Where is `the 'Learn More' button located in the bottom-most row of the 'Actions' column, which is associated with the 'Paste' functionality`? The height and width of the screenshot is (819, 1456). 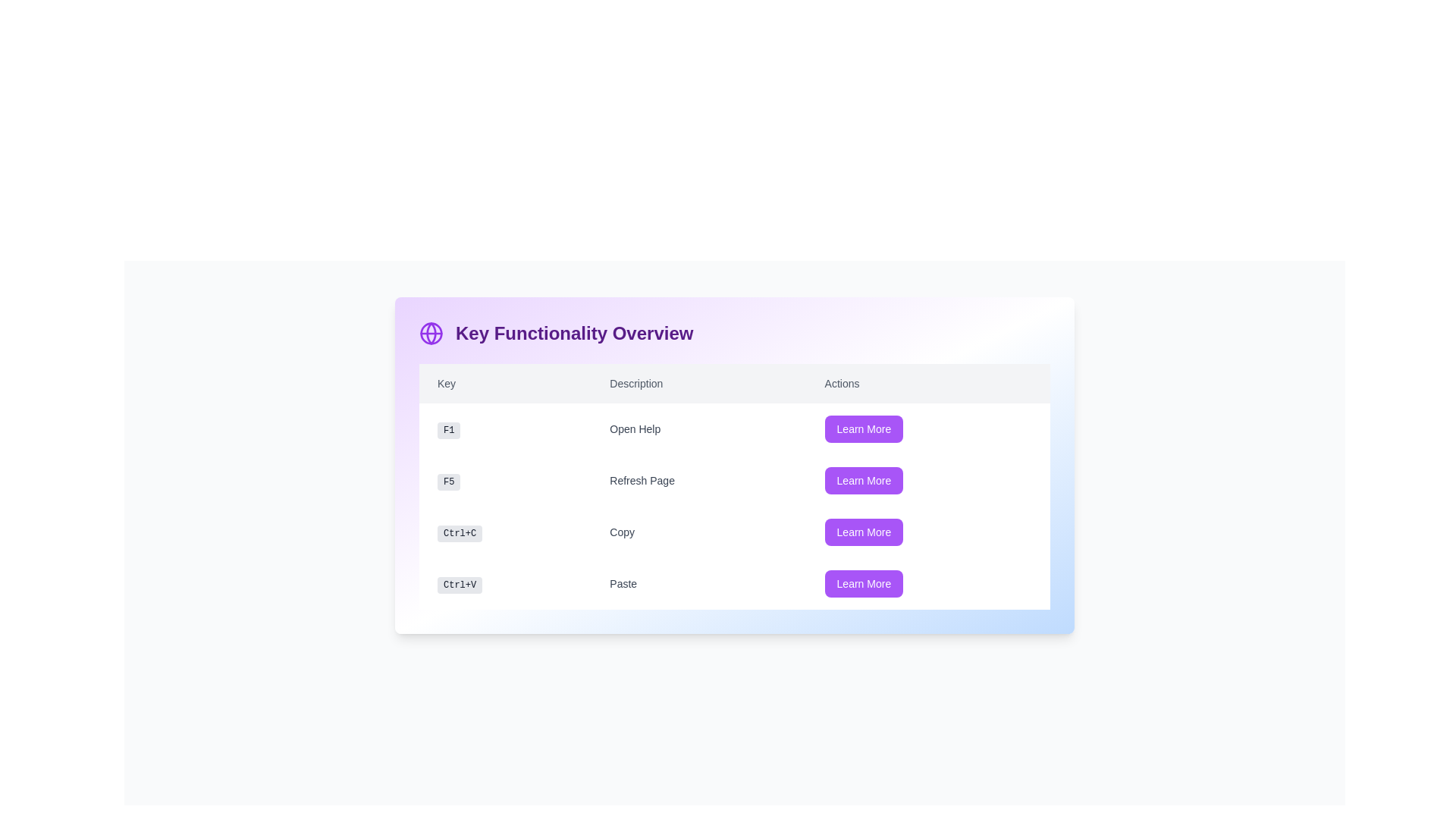
the 'Learn More' button located in the bottom-most row of the 'Actions' column, which is associated with the 'Paste' functionality is located at coordinates (927, 583).